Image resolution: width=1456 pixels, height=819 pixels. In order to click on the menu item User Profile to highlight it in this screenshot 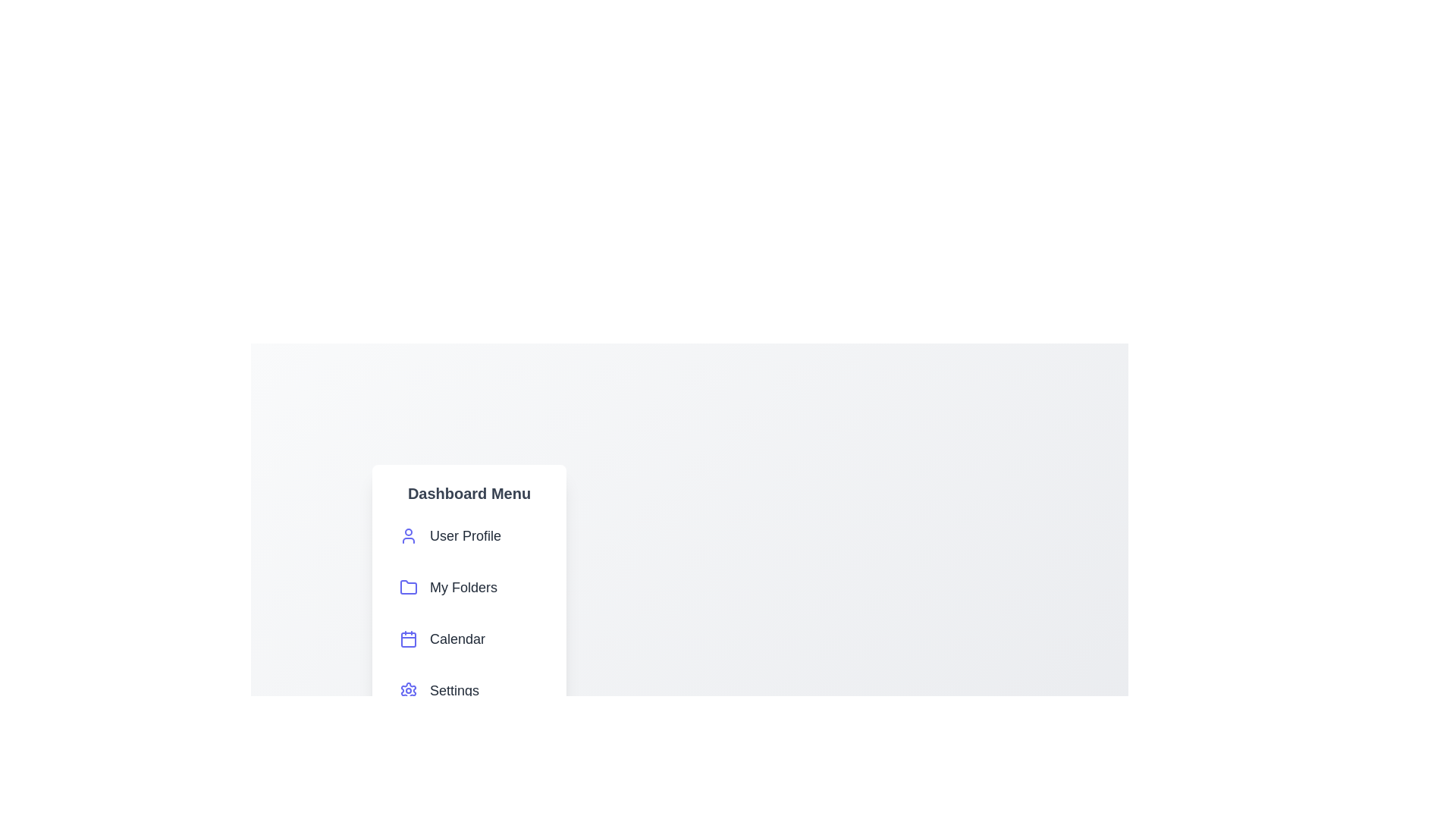, I will do `click(469, 535)`.